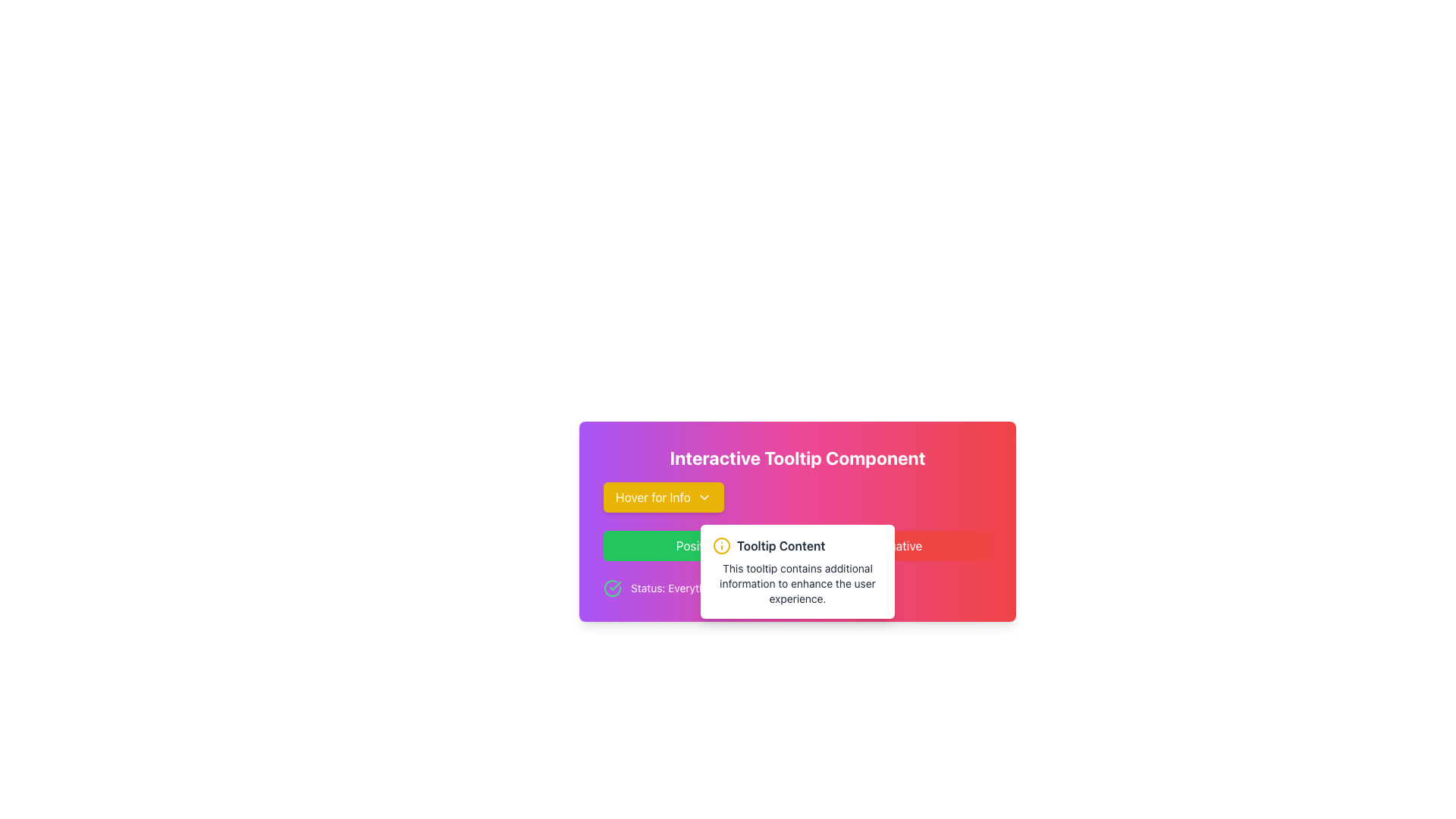 This screenshot has height=819, width=1456. What do you see at coordinates (796, 457) in the screenshot?
I see `large, bold white text block that says 'Interactive Tooltip Component' at the top of the colorful gradient card` at bounding box center [796, 457].